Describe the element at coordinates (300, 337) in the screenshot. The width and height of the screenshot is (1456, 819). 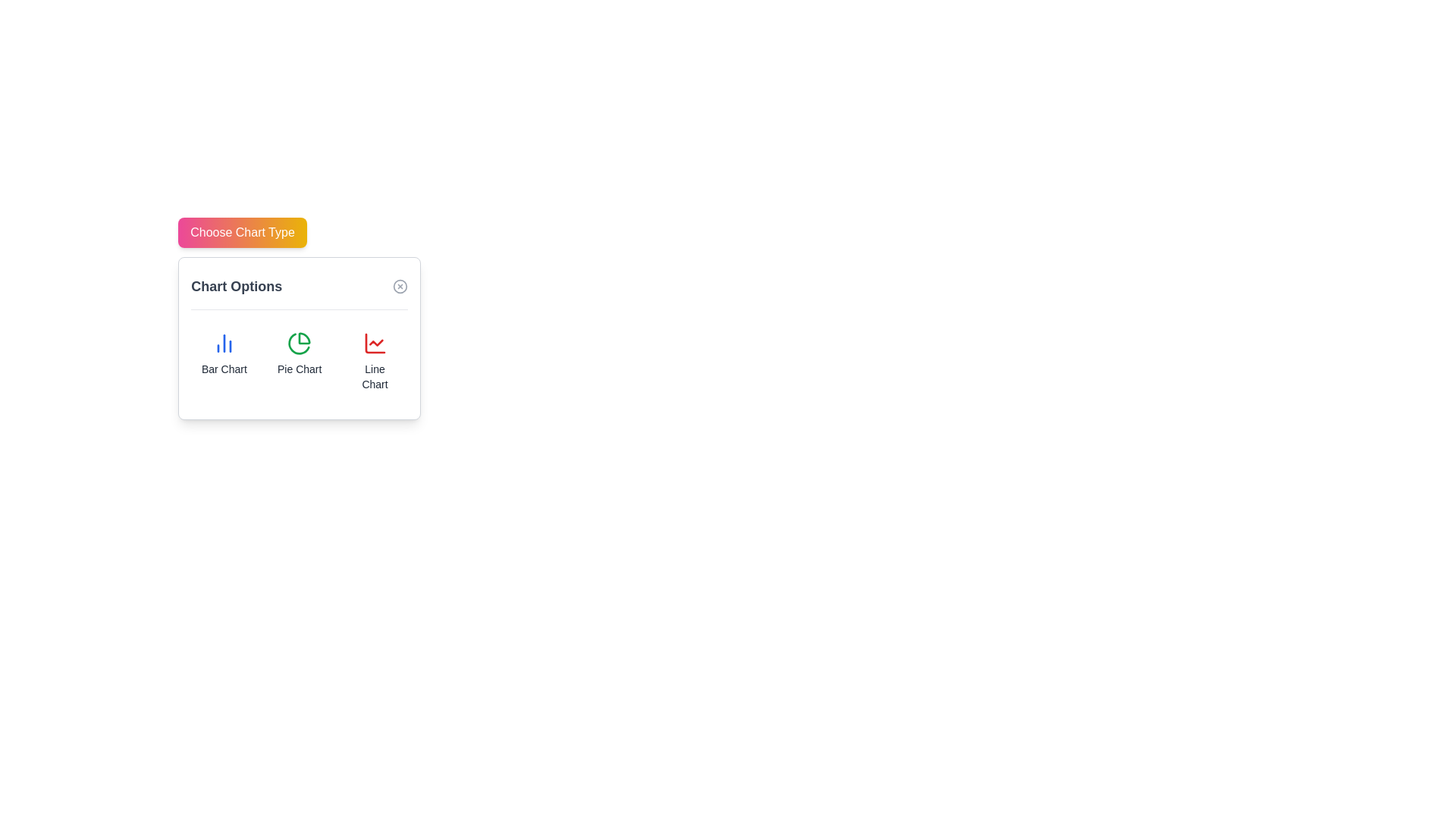
I see `the Dropdown panel` at that location.